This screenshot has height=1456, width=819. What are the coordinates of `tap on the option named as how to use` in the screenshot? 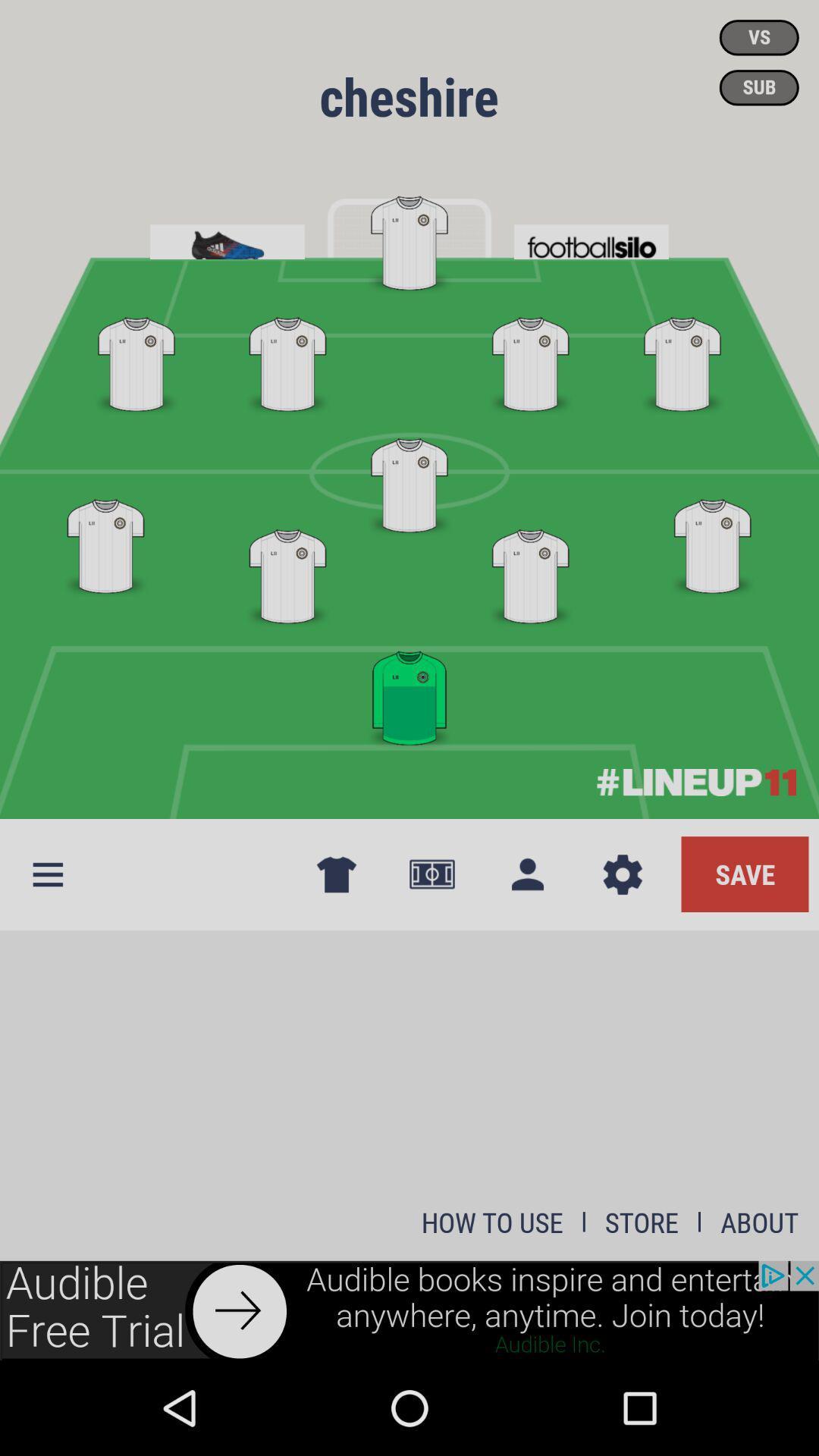 It's located at (492, 1222).